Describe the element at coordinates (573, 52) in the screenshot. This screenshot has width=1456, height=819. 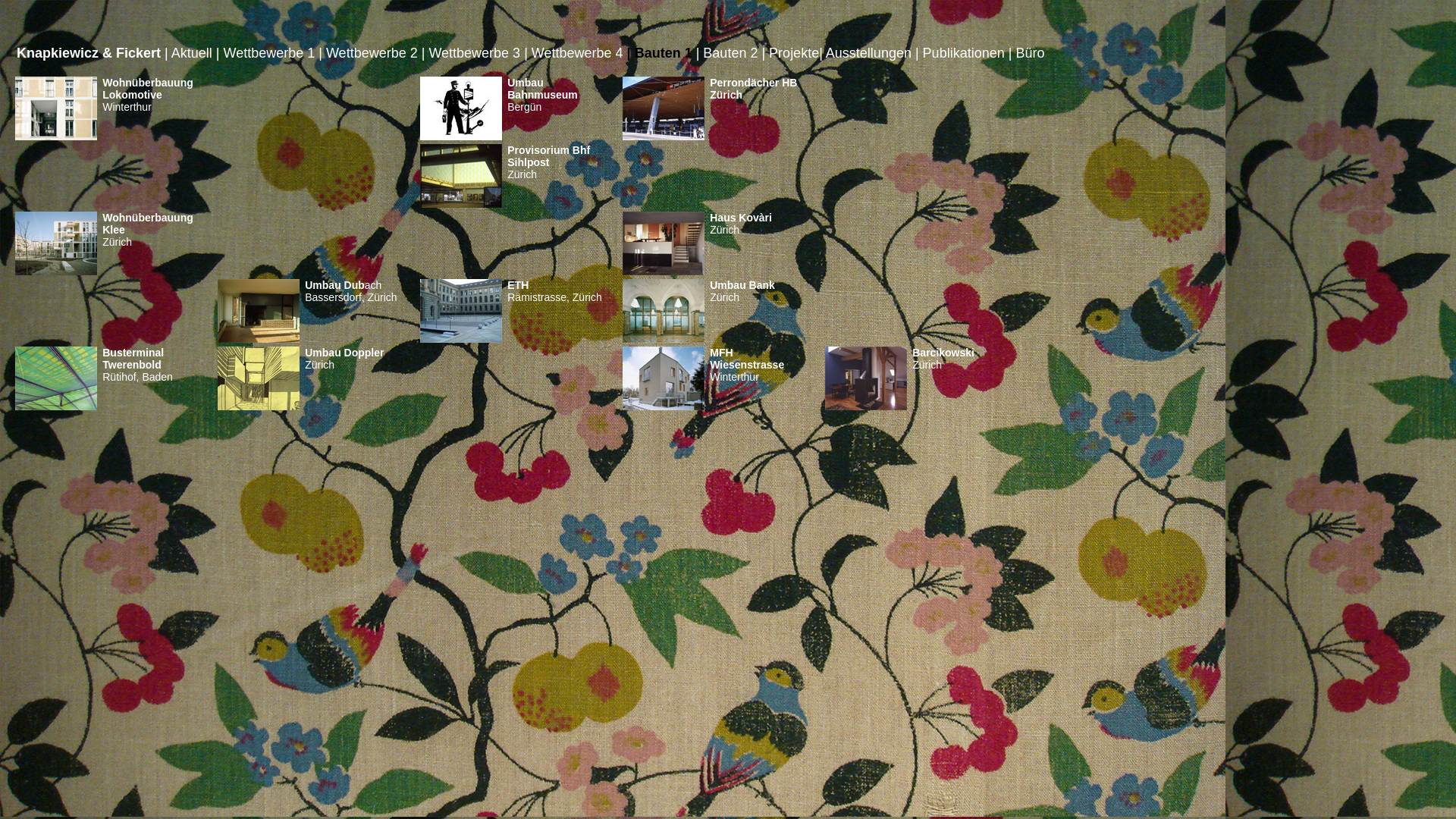
I see `'| Wettbewerbe 4'` at that location.